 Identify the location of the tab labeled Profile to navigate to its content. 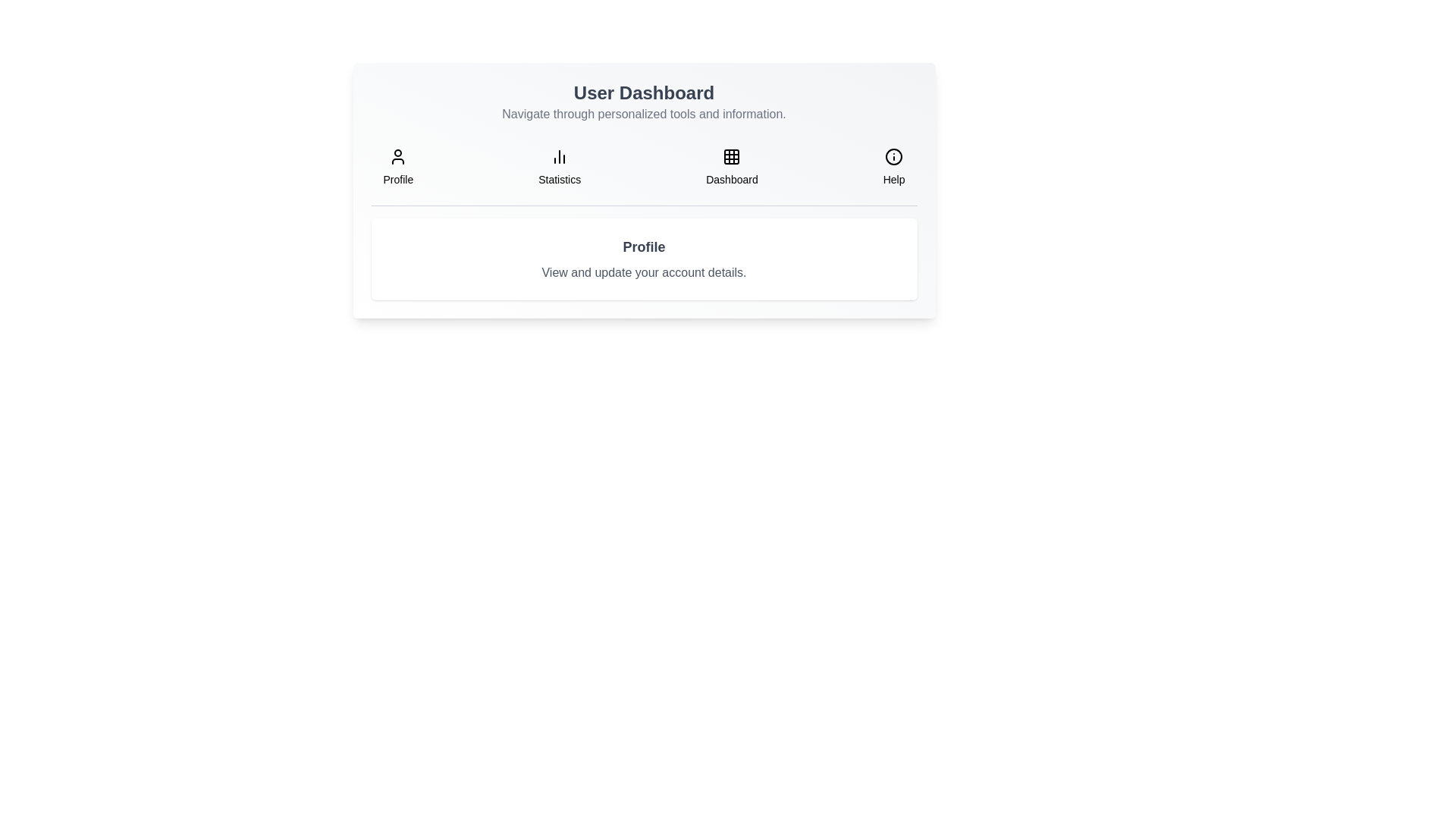
(398, 167).